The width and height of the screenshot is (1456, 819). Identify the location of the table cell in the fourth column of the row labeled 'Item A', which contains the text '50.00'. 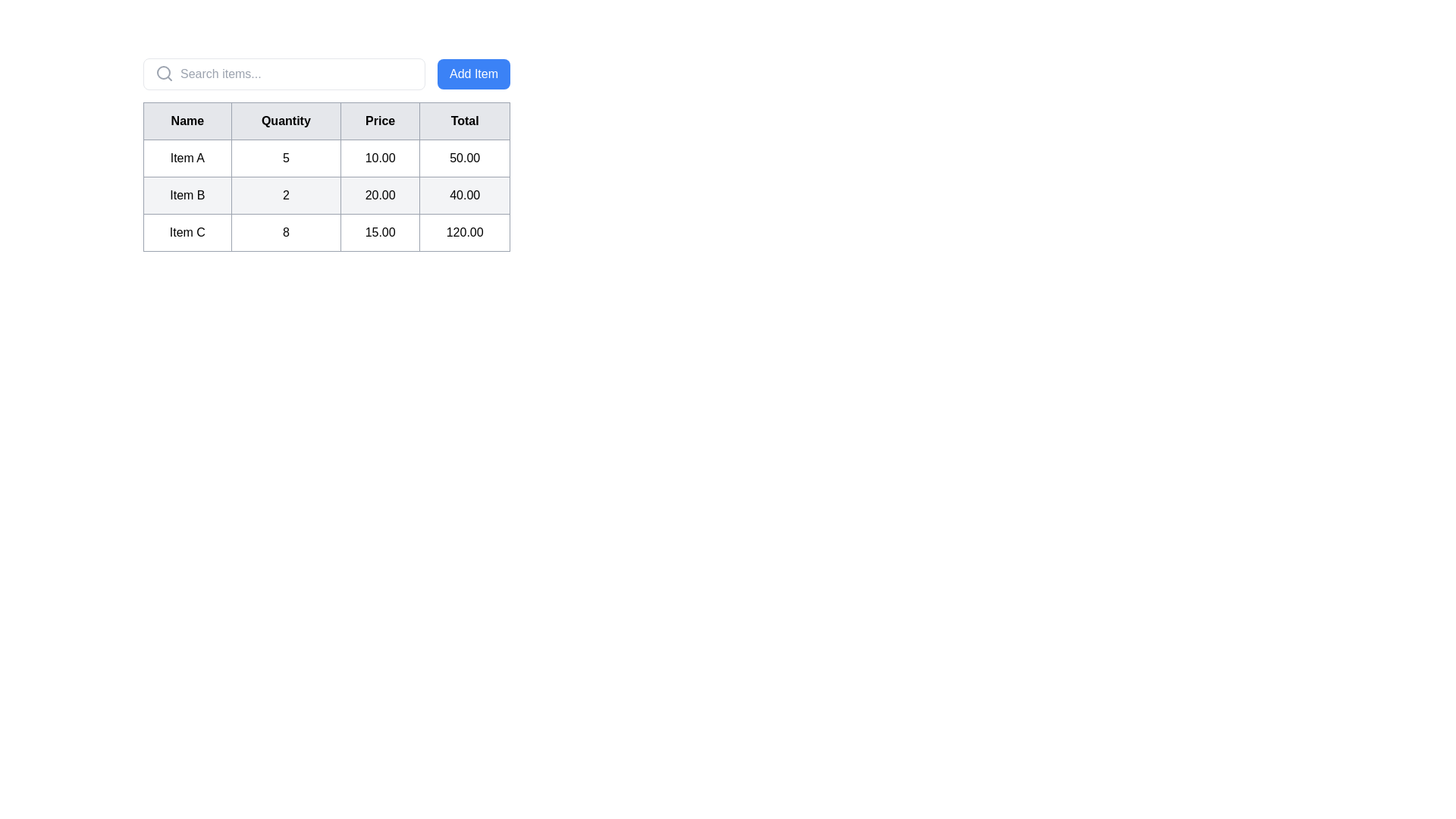
(464, 158).